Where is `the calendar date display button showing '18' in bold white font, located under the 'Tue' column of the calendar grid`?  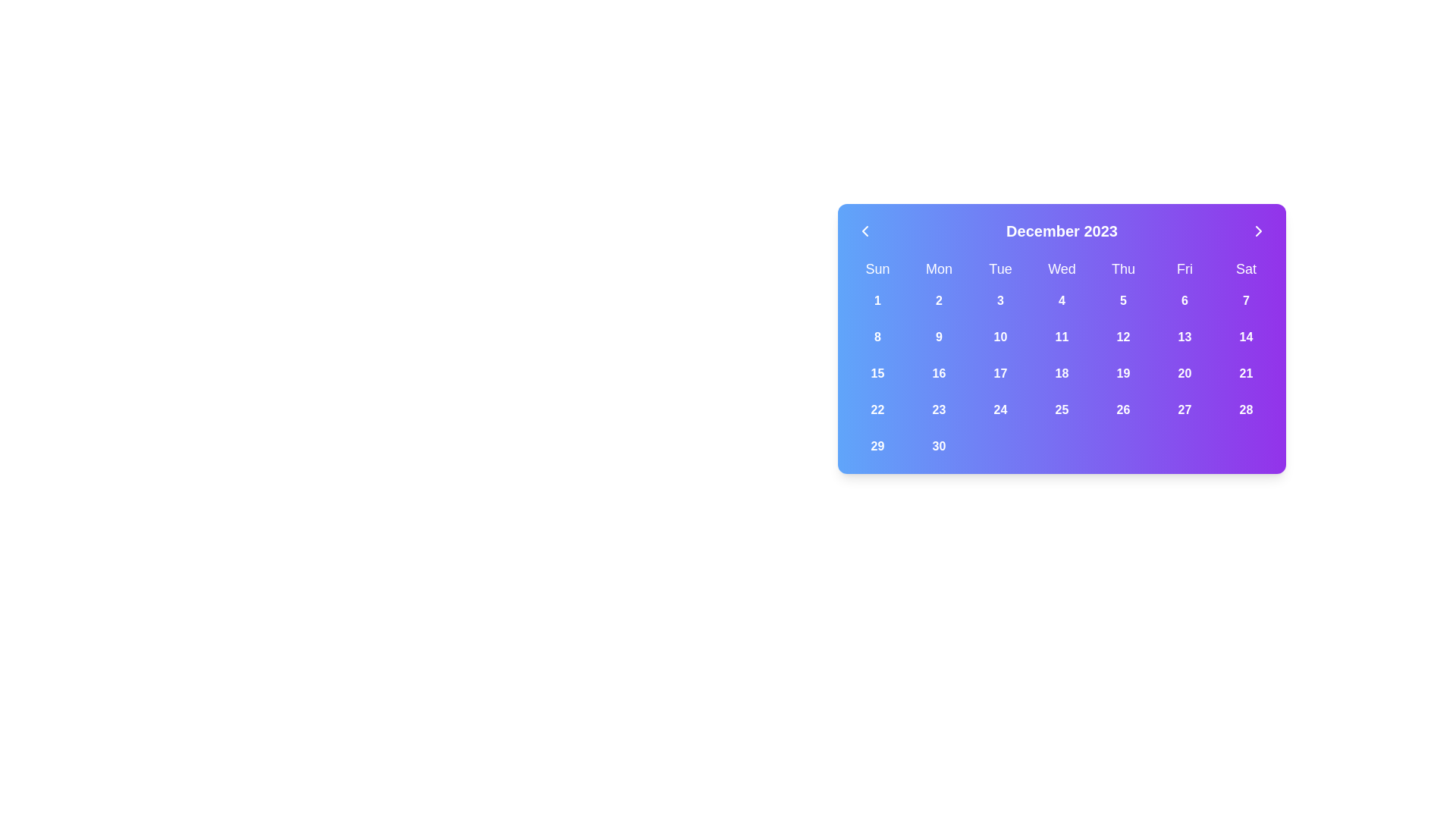
the calendar date display button showing '18' in bold white font, located under the 'Tue' column of the calendar grid is located at coordinates (1061, 374).